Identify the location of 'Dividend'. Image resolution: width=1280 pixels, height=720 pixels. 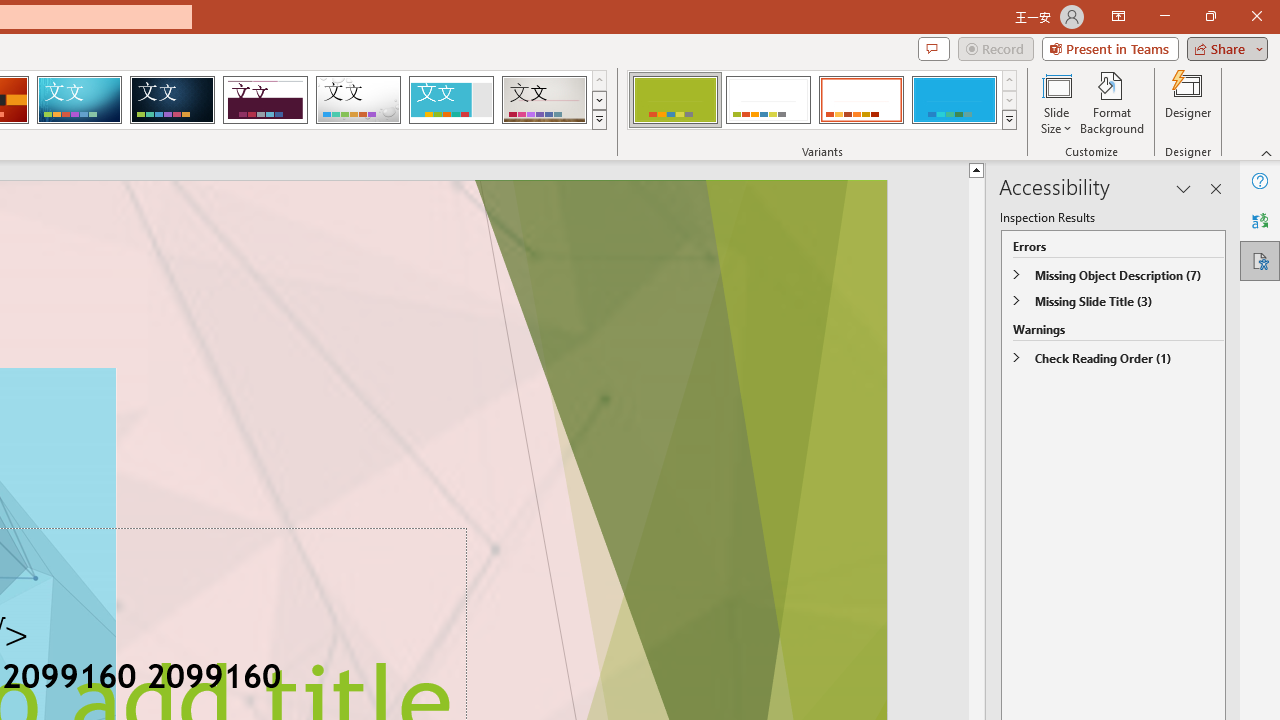
(264, 100).